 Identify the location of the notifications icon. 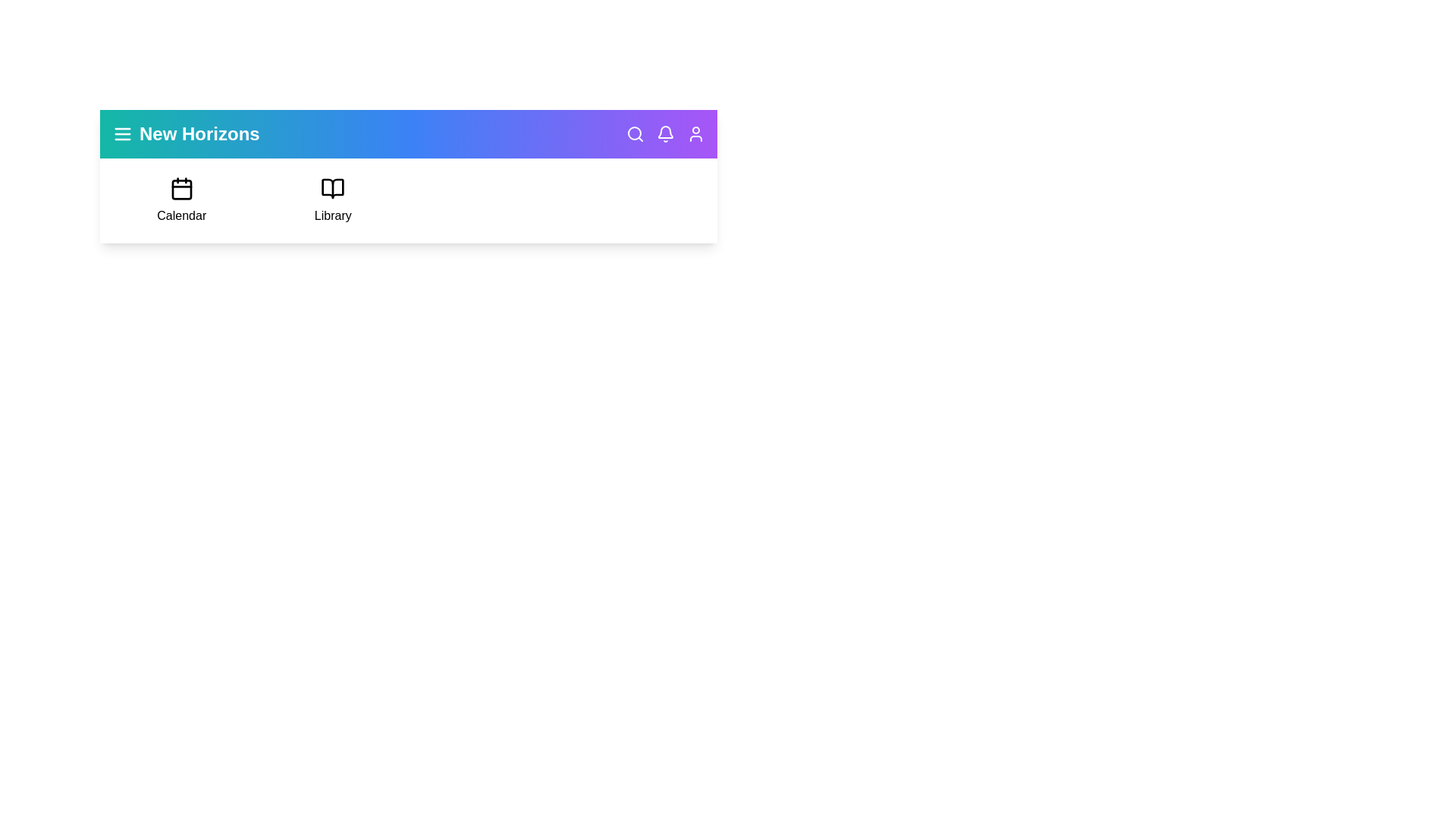
(666, 133).